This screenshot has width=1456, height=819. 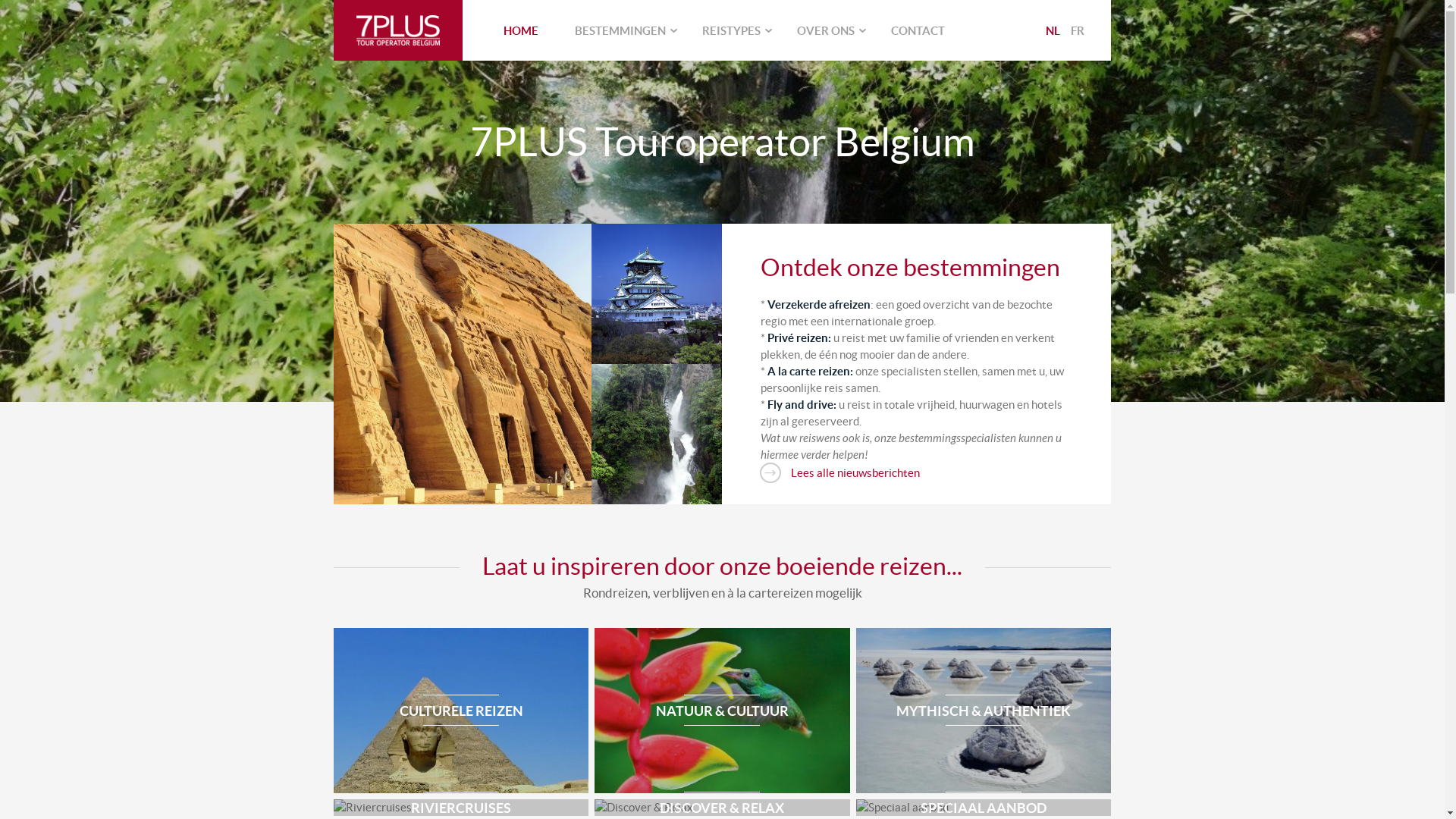 I want to click on 'FR', so click(x=1076, y=30).